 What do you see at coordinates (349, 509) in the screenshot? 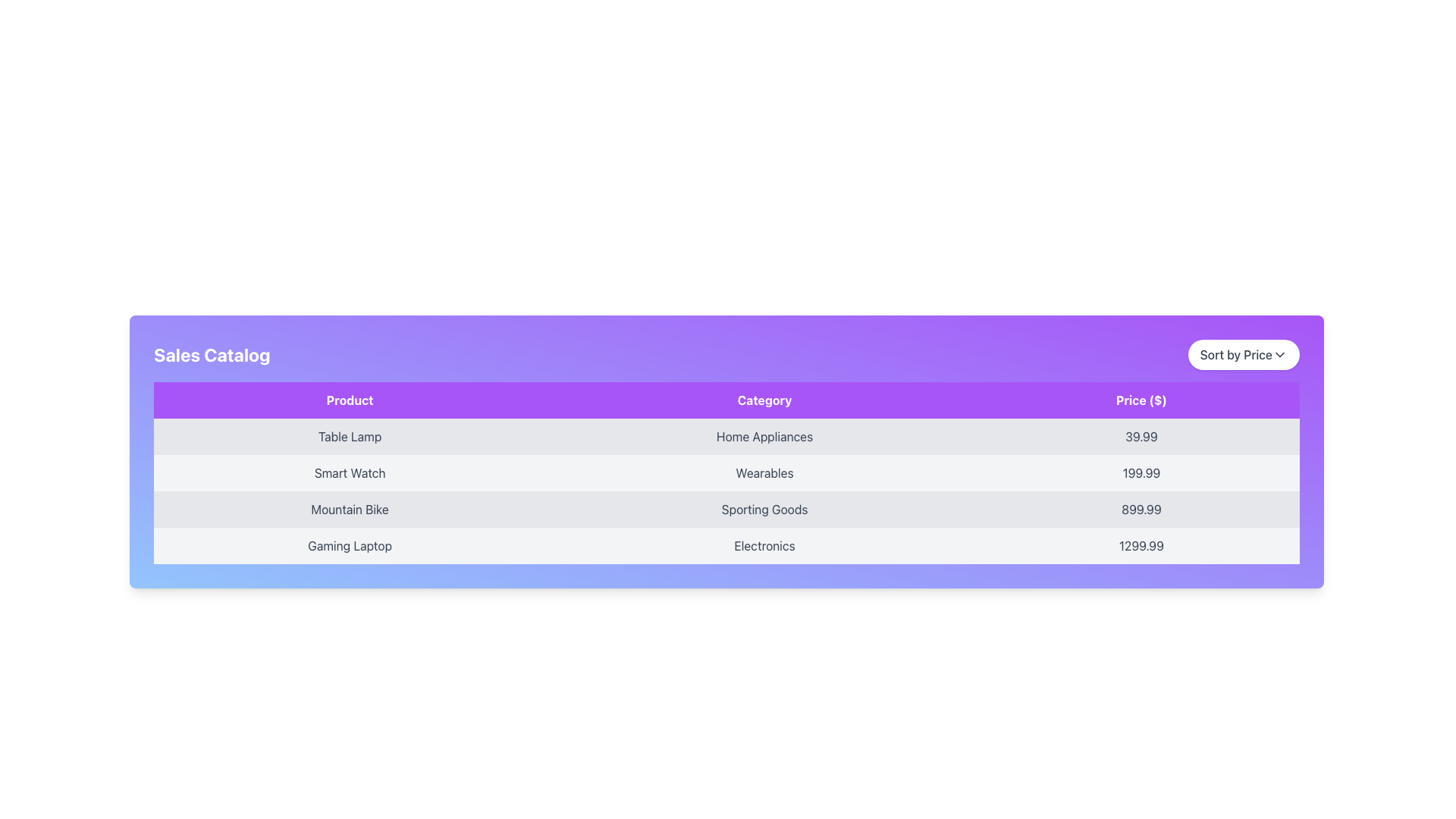
I see `text content of the product name in the third row of the table under the 'Product' header, which represents a product in the 'Sporting Goods' category` at bounding box center [349, 509].